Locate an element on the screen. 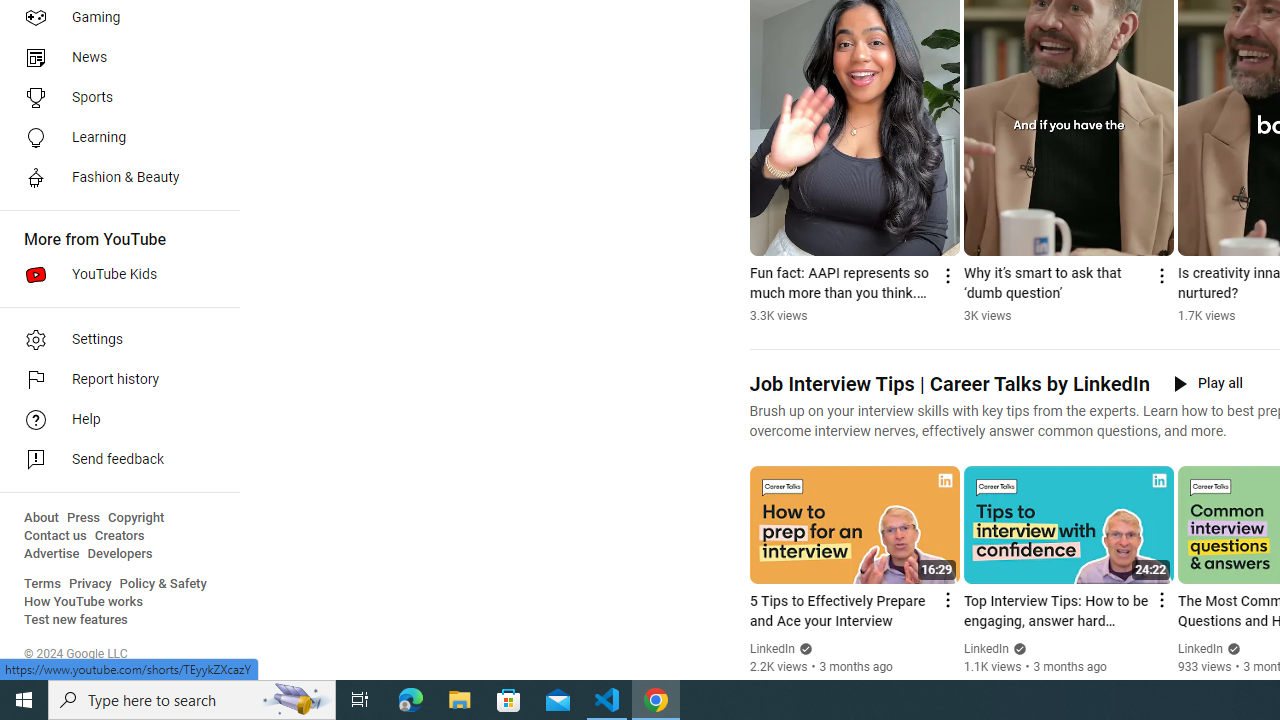  'LinkedIn' is located at coordinates (1200, 649).